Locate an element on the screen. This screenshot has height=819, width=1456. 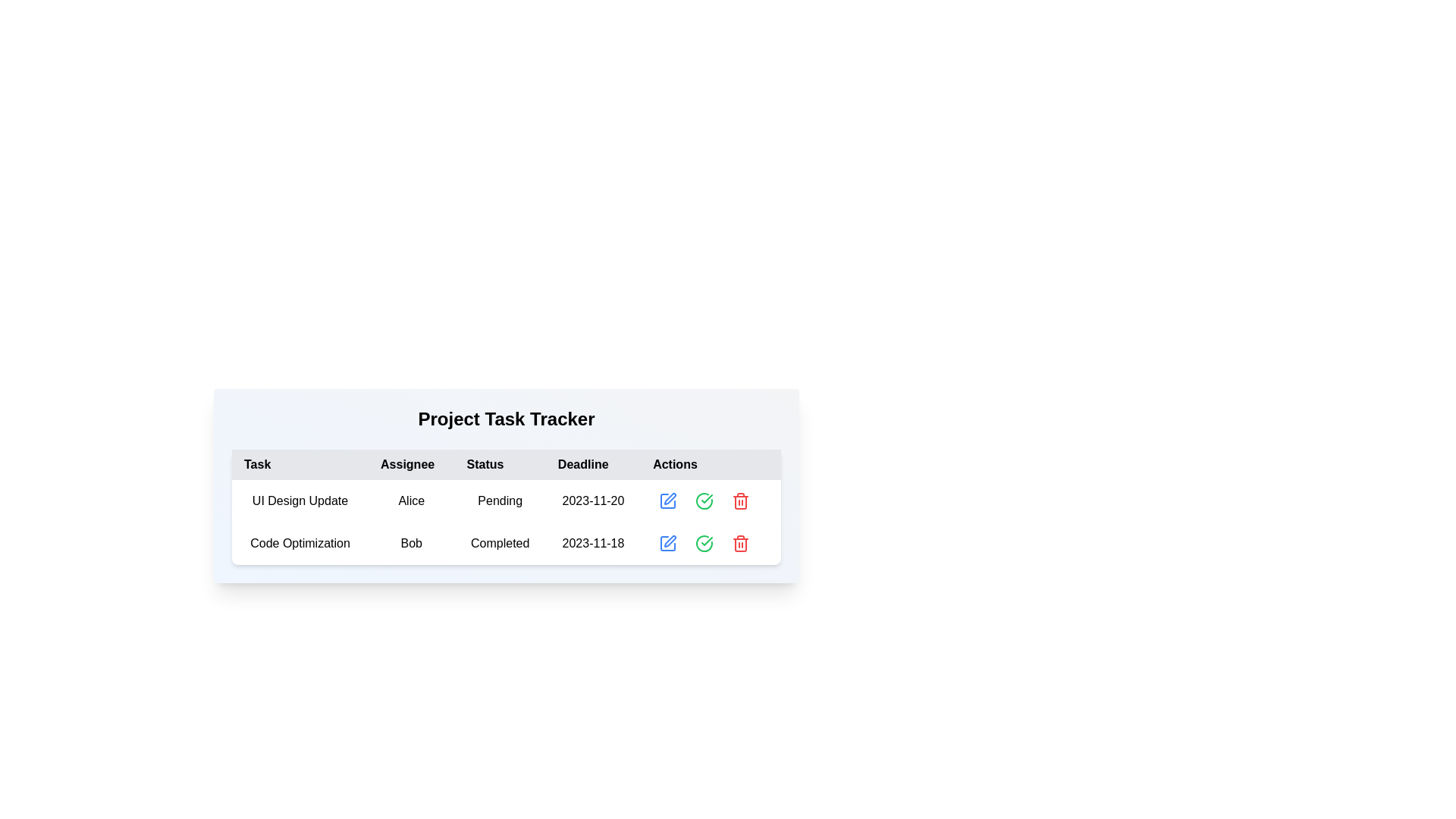
the edit icon located in the 'Actions' column of the second row of the table labeled 'Code Optimization'. This icon is part of a group of interactive icons aligned horizontally at the far right of the row is located at coordinates (710, 543).